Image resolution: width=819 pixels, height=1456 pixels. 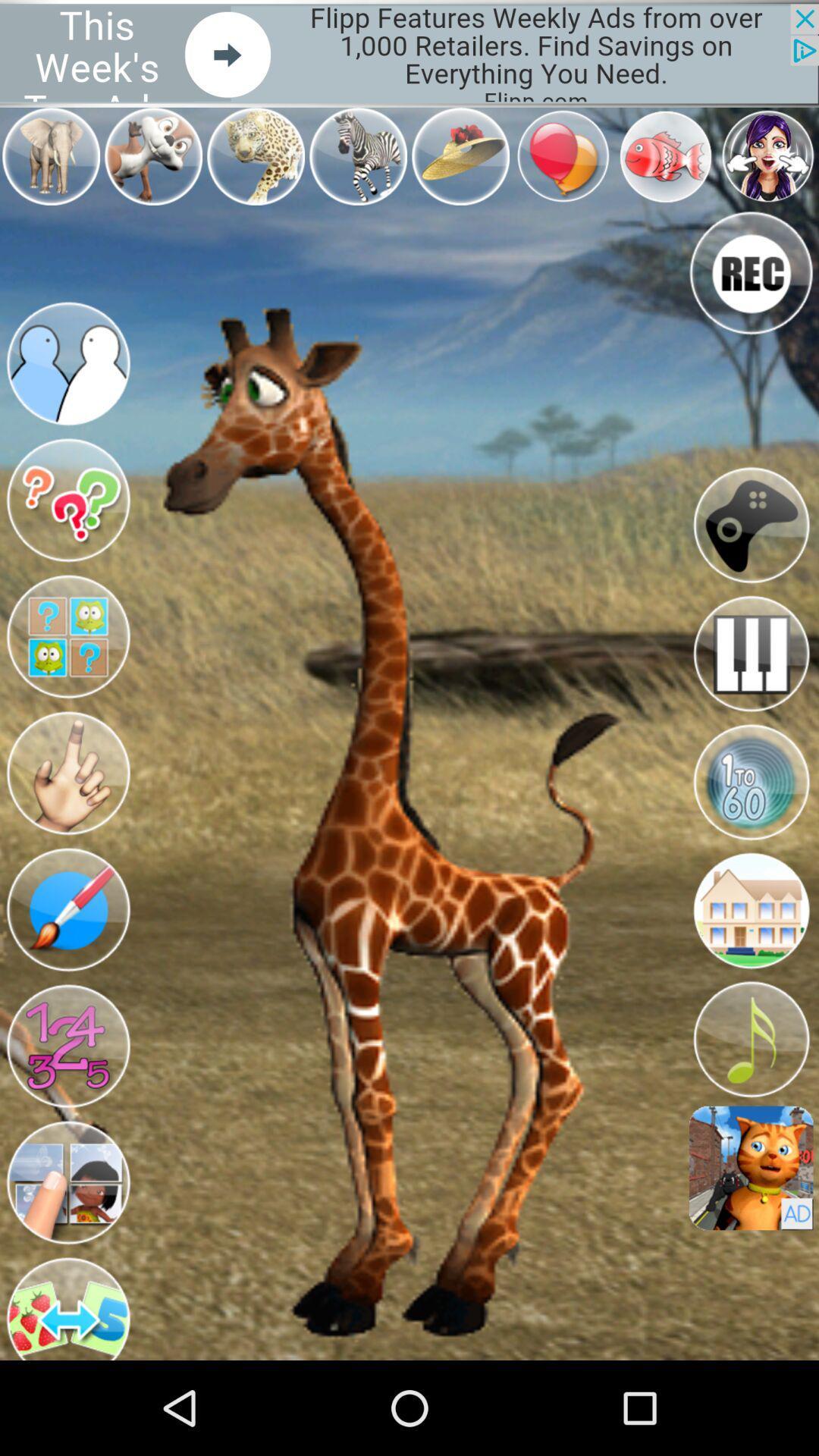 I want to click on the group icon, so click(x=67, y=389).